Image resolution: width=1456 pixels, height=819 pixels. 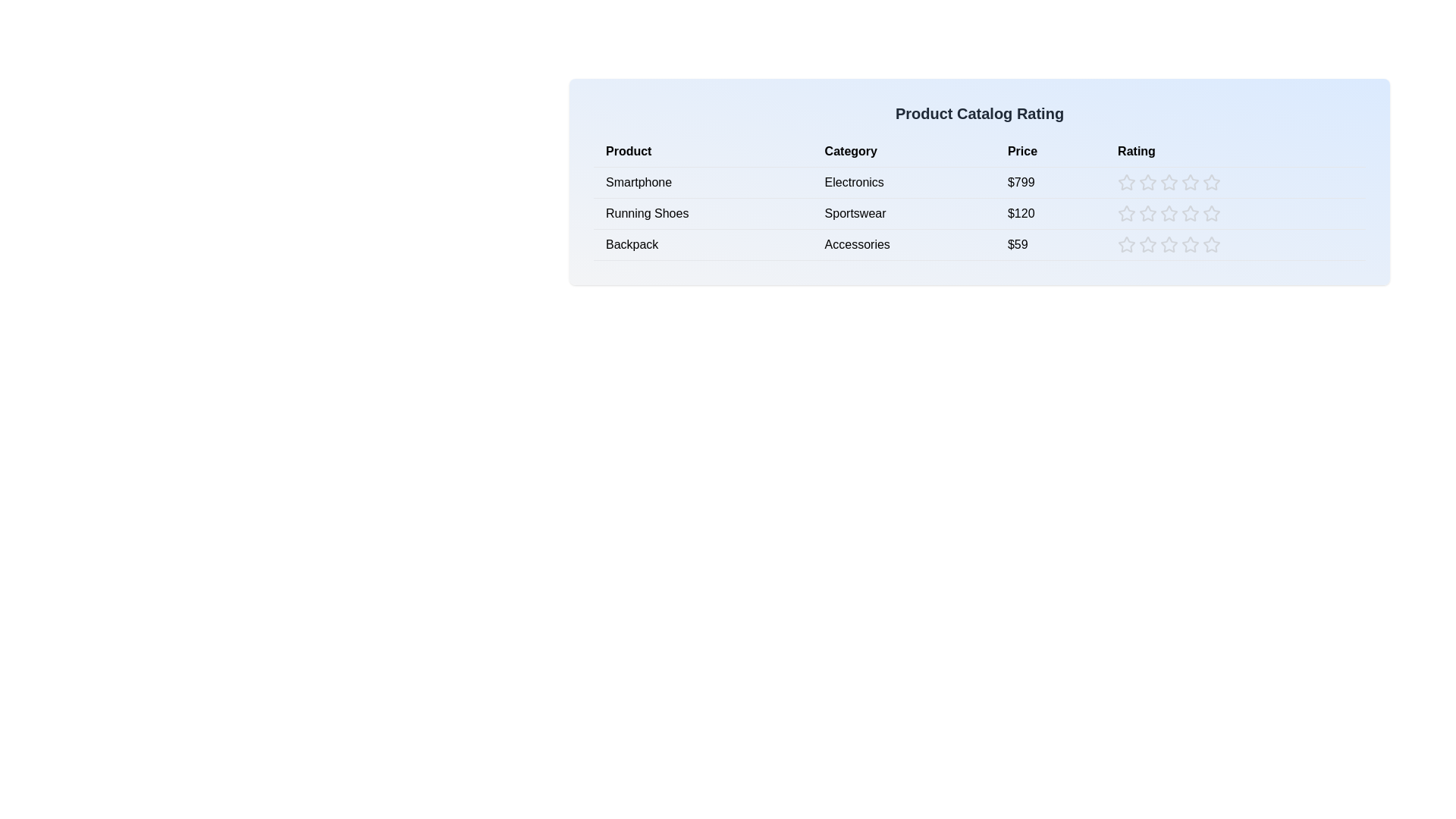 What do you see at coordinates (1127, 181) in the screenshot?
I see `the rating for a product to 1 stars` at bounding box center [1127, 181].